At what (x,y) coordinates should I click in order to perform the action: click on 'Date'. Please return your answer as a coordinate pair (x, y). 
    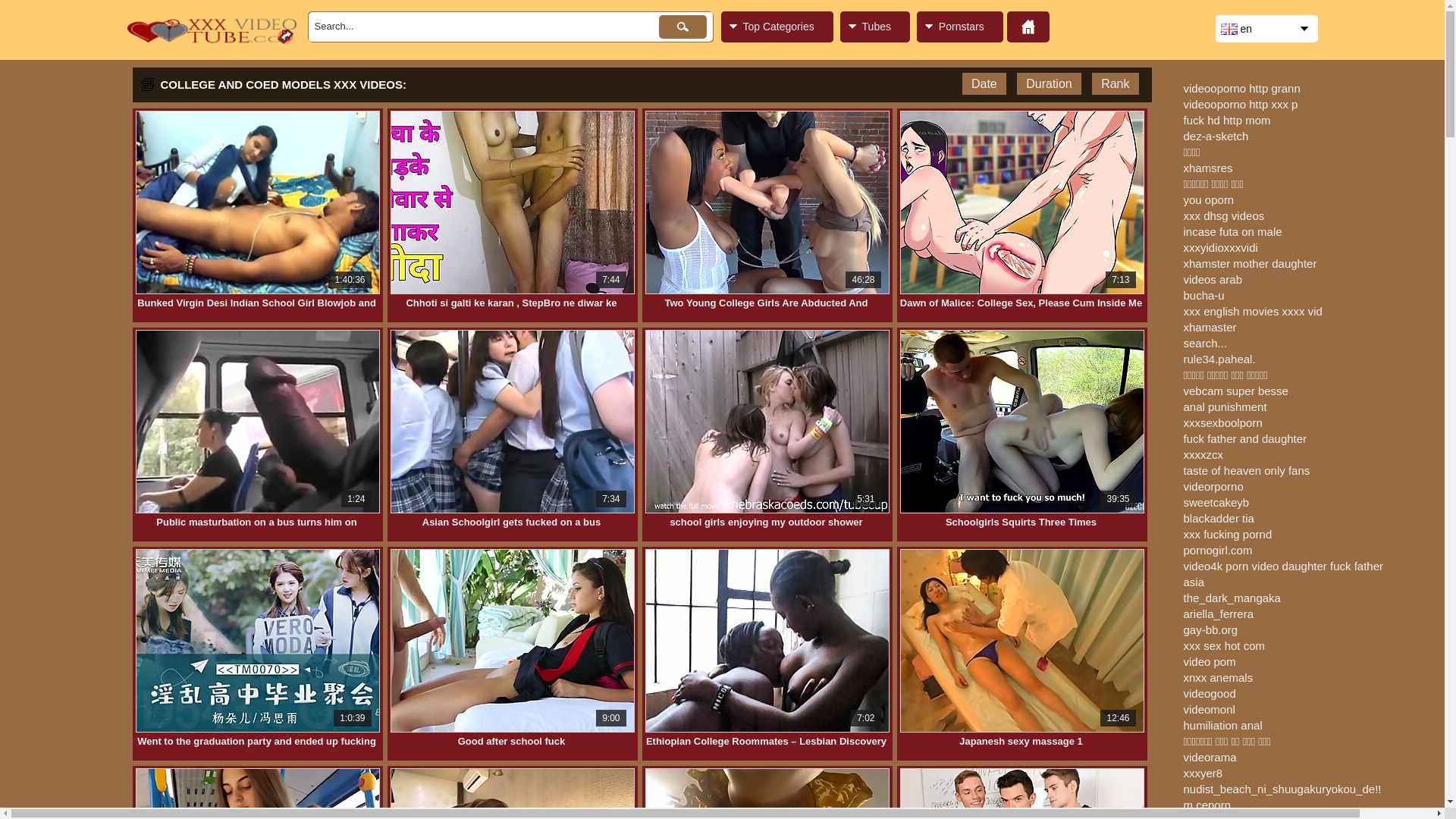
    Looking at the image, I should click on (984, 83).